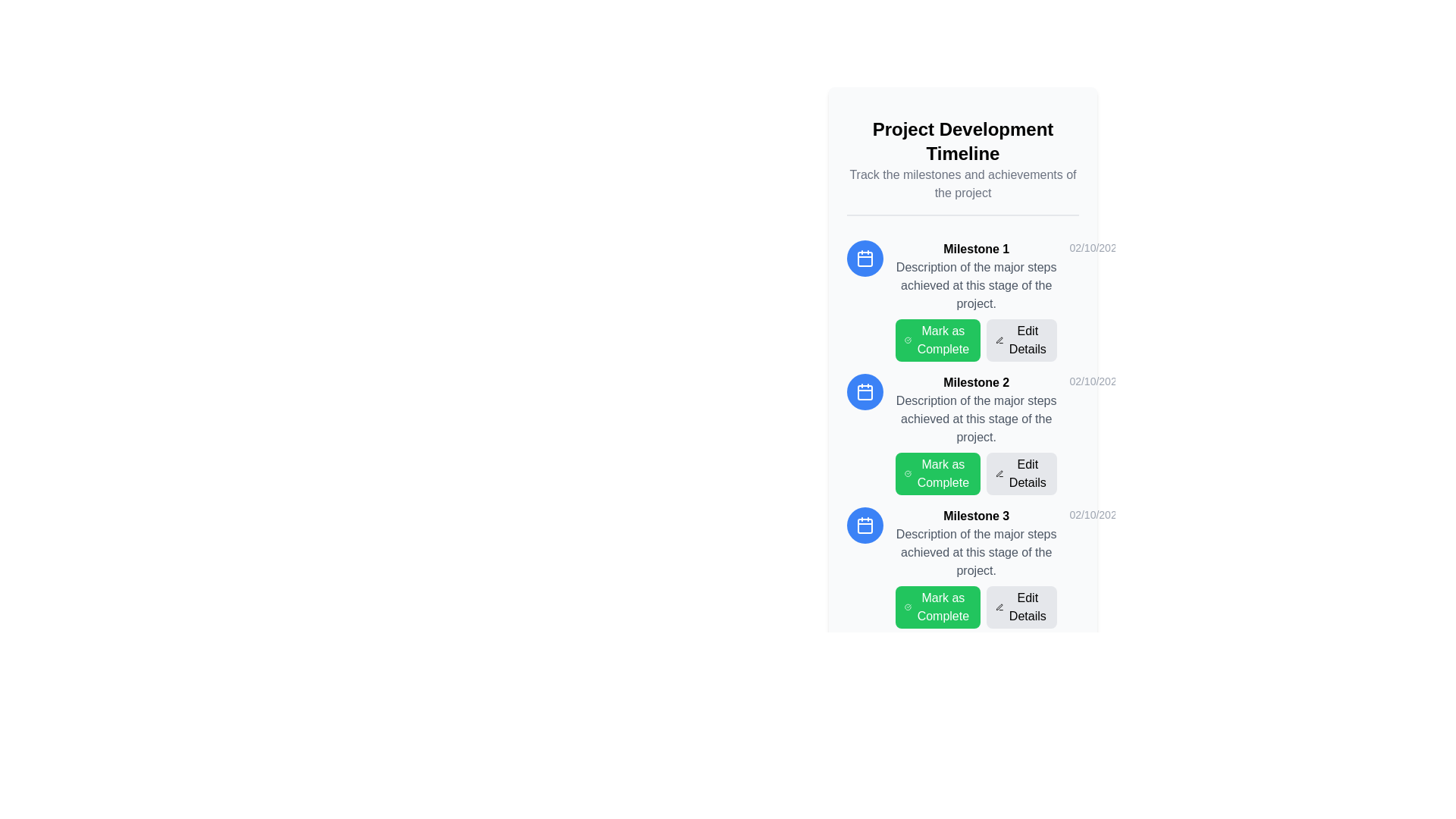 Image resolution: width=1456 pixels, height=819 pixels. Describe the element at coordinates (976, 286) in the screenshot. I see `the text block reading 'Description of the major steps achieved at this stage of the project.' which is located below the 'Milestone 1' title` at that location.